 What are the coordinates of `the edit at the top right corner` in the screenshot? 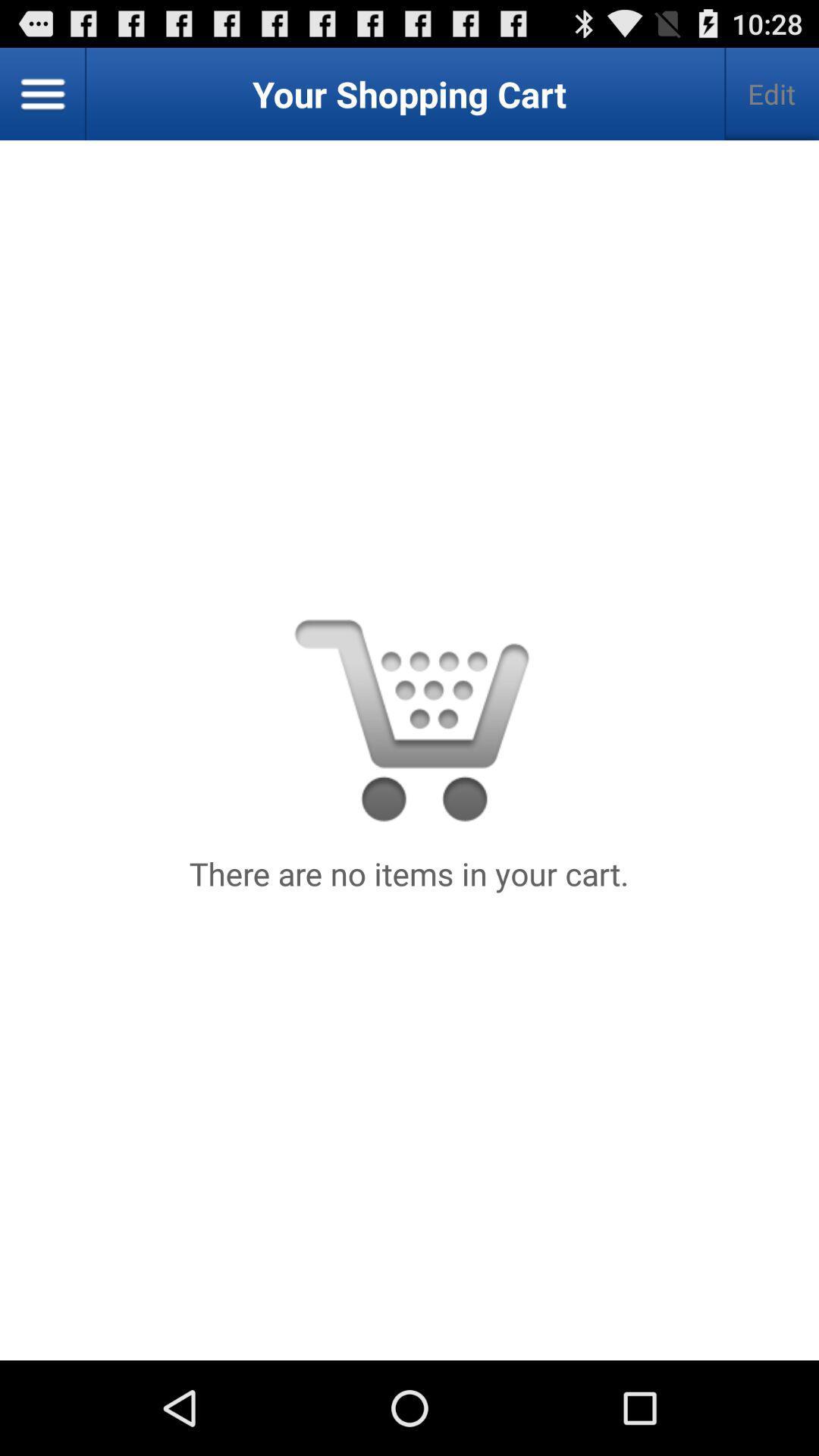 It's located at (771, 93).